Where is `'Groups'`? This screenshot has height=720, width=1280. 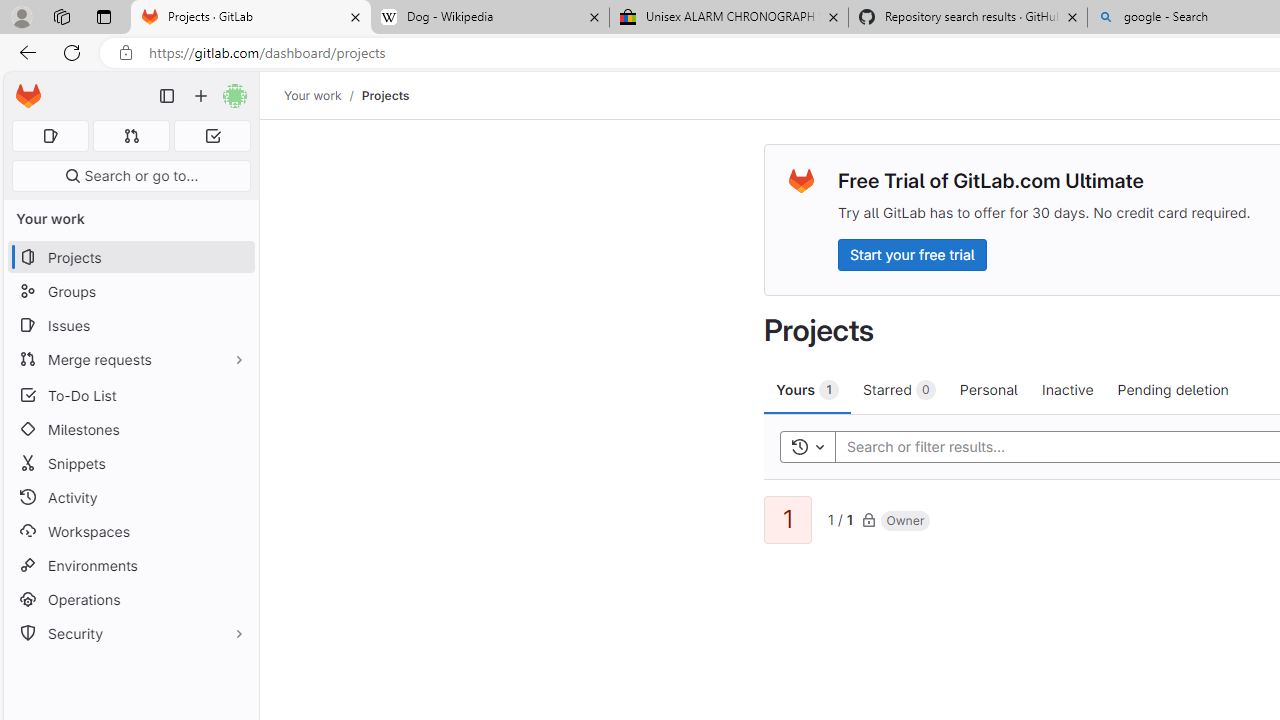 'Groups' is located at coordinates (130, 291).